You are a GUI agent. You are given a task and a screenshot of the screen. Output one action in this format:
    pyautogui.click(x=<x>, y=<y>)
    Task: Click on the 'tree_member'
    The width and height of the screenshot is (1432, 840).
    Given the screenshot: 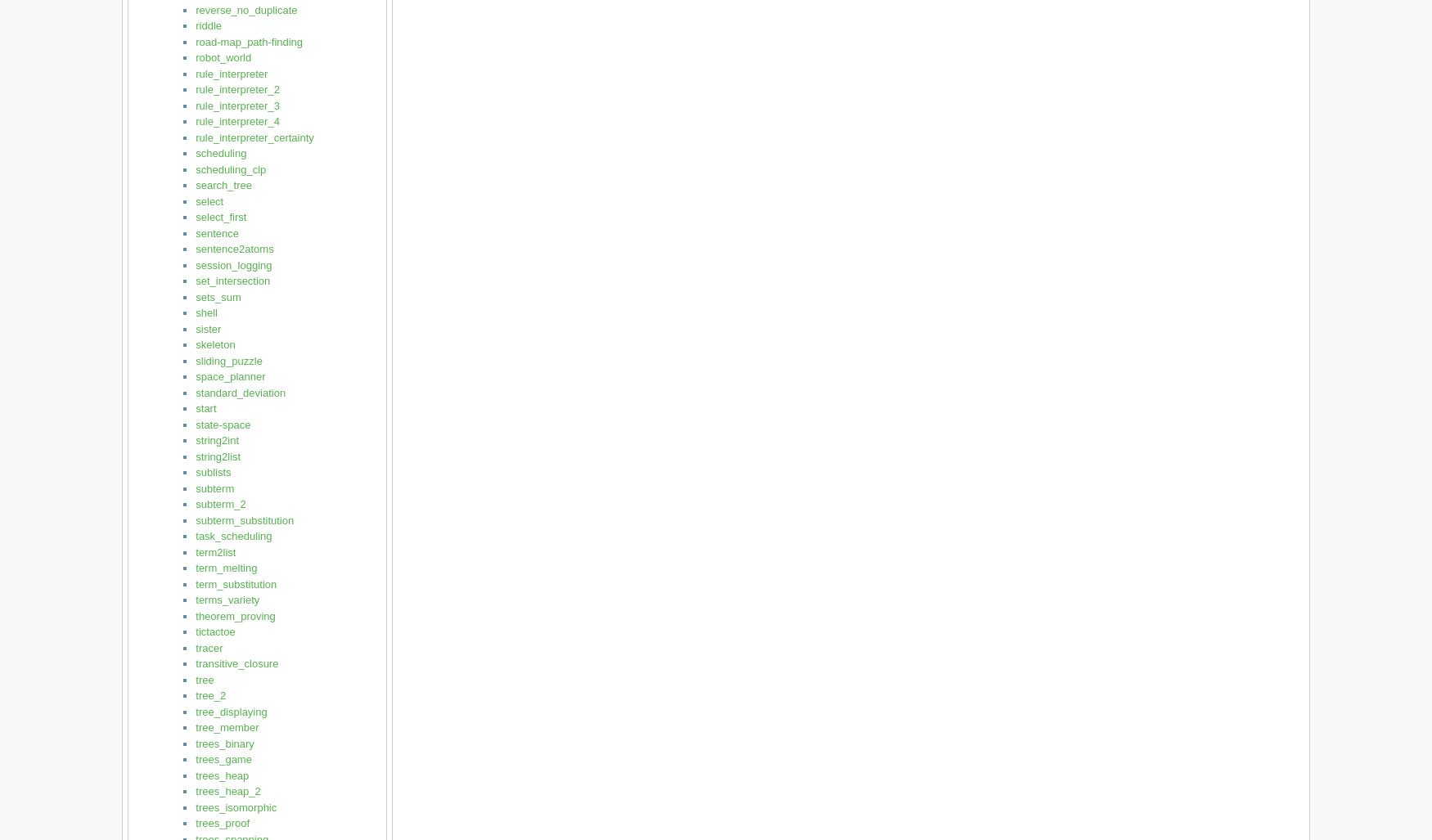 What is the action you would take?
    pyautogui.click(x=226, y=726)
    